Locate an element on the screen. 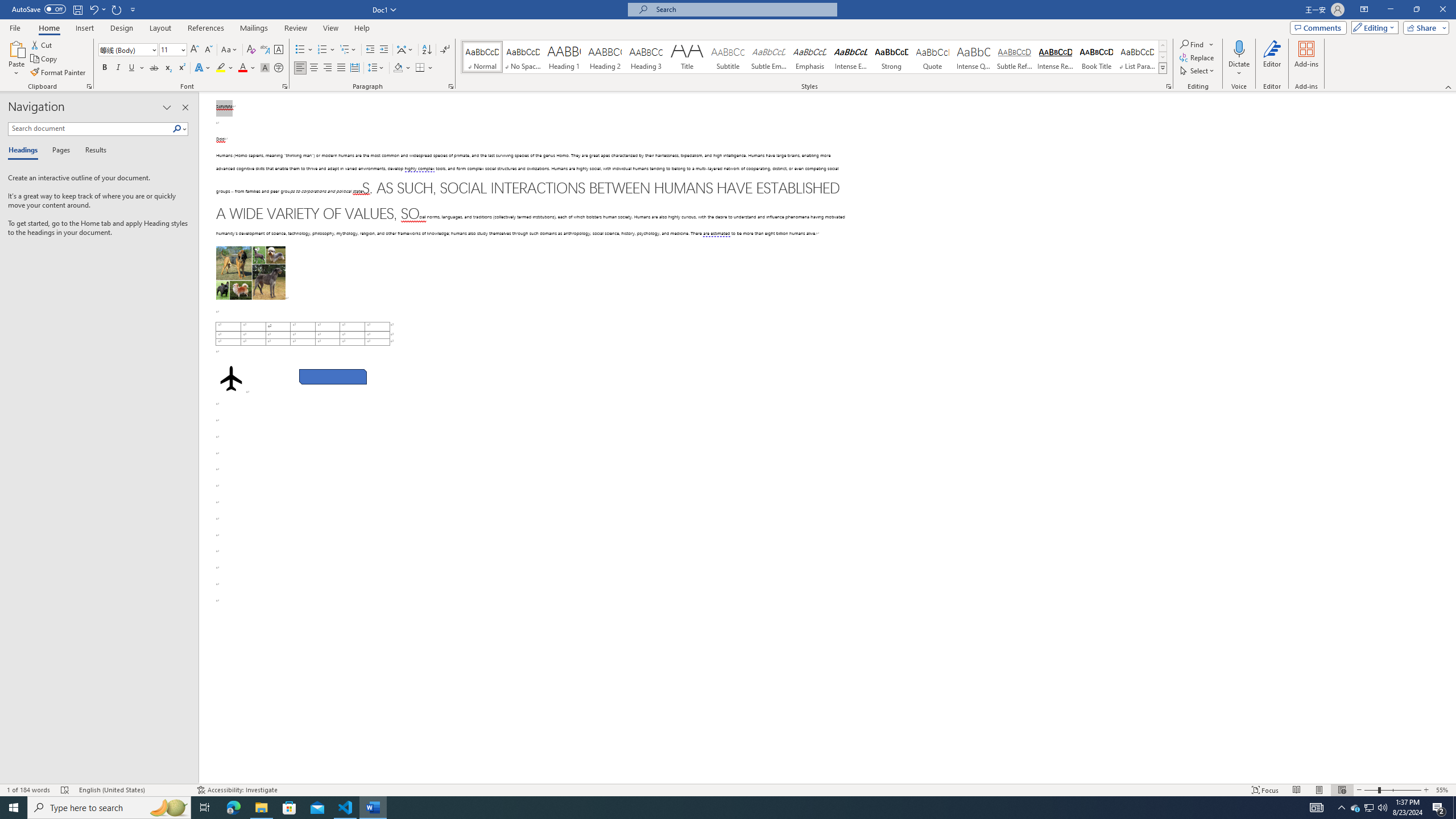  'Copy' is located at coordinates (44, 59).